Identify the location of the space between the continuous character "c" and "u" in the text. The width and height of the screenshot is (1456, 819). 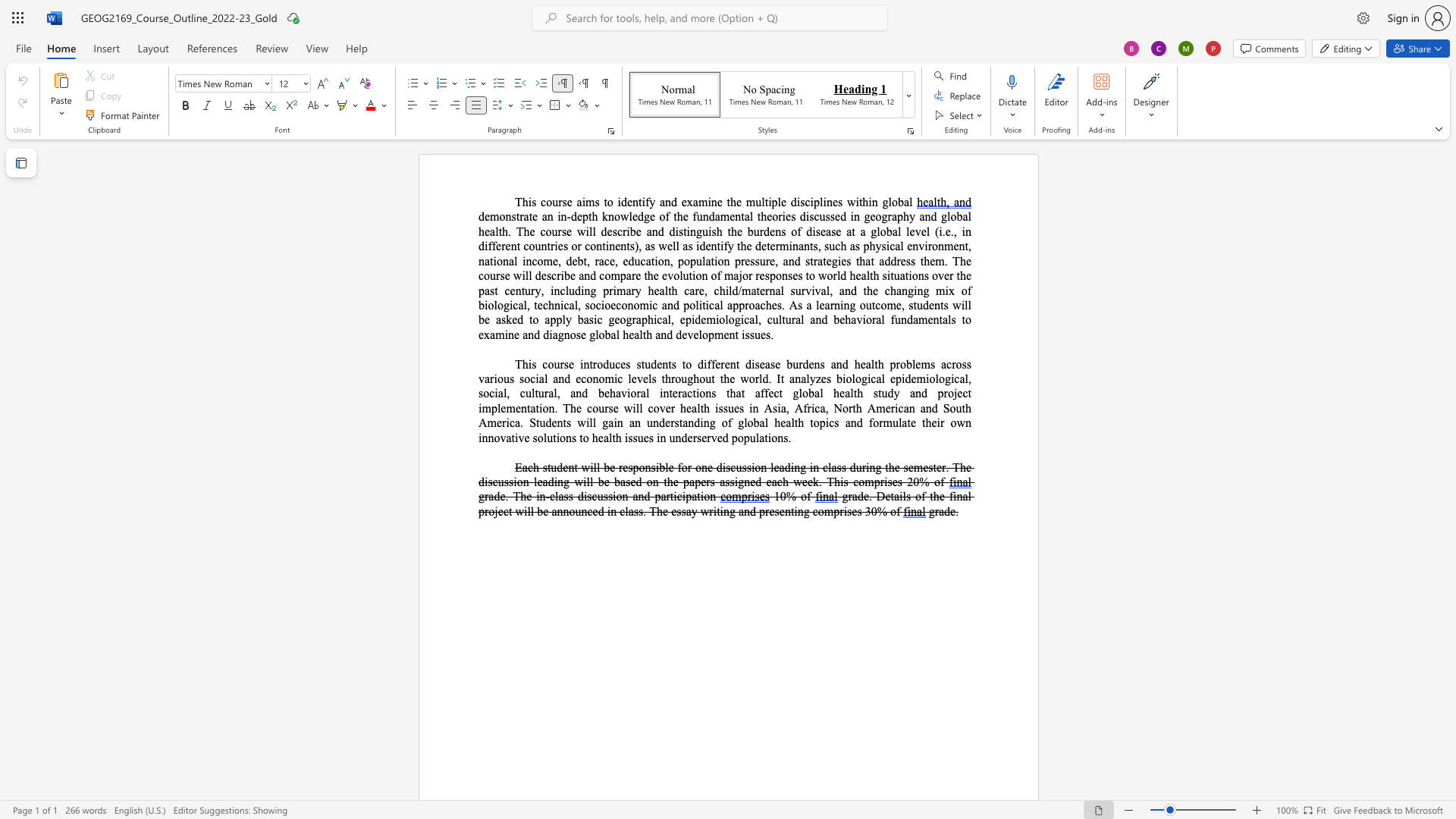
(596, 496).